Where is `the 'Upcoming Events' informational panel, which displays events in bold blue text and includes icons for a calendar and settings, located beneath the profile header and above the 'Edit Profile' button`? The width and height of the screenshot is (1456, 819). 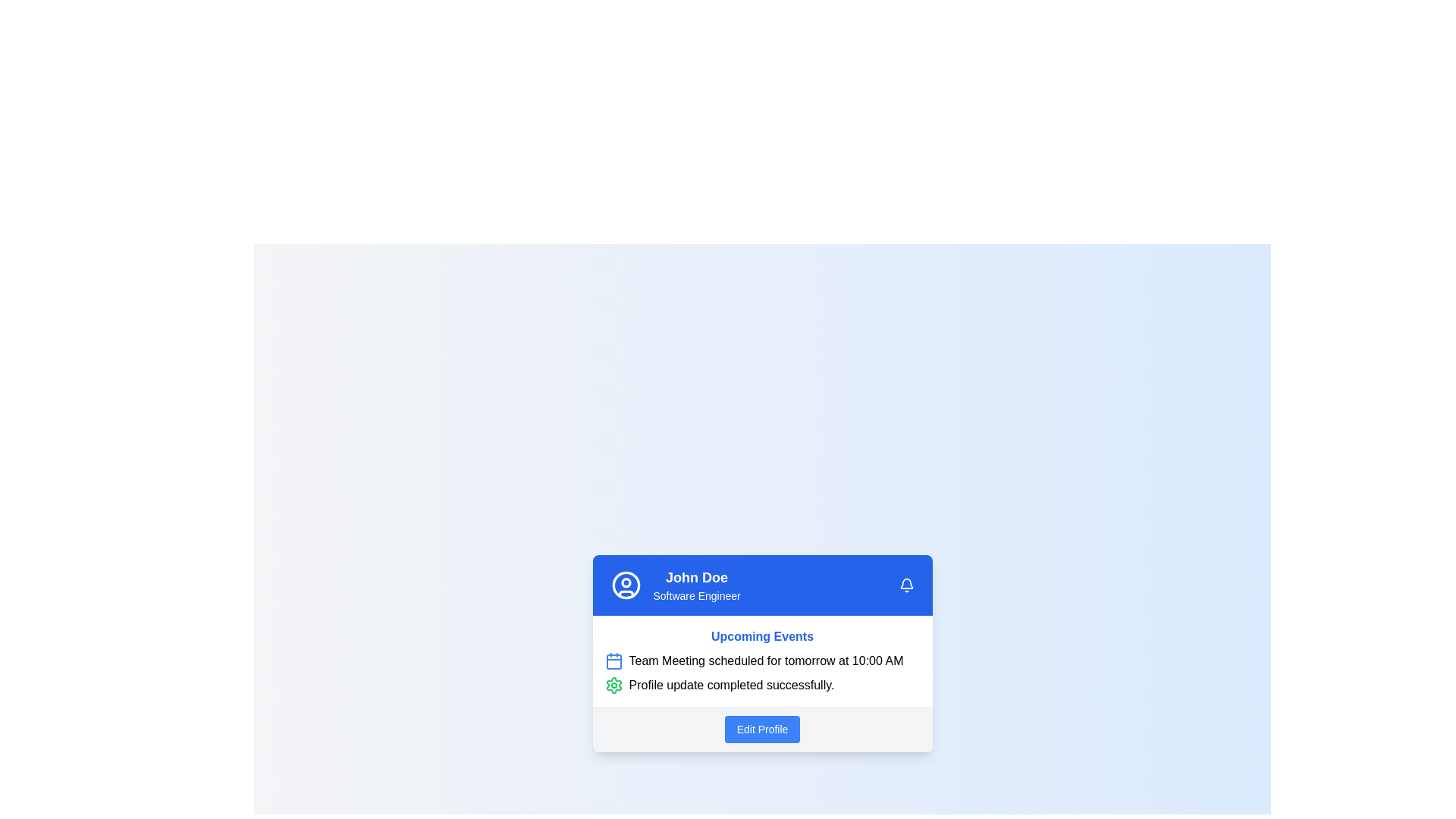 the 'Upcoming Events' informational panel, which displays events in bold blue text and includes icons for a calendar and settings, located beneath the profile header and above the 'Edit Profile' button is located at coordinates (762, 660).